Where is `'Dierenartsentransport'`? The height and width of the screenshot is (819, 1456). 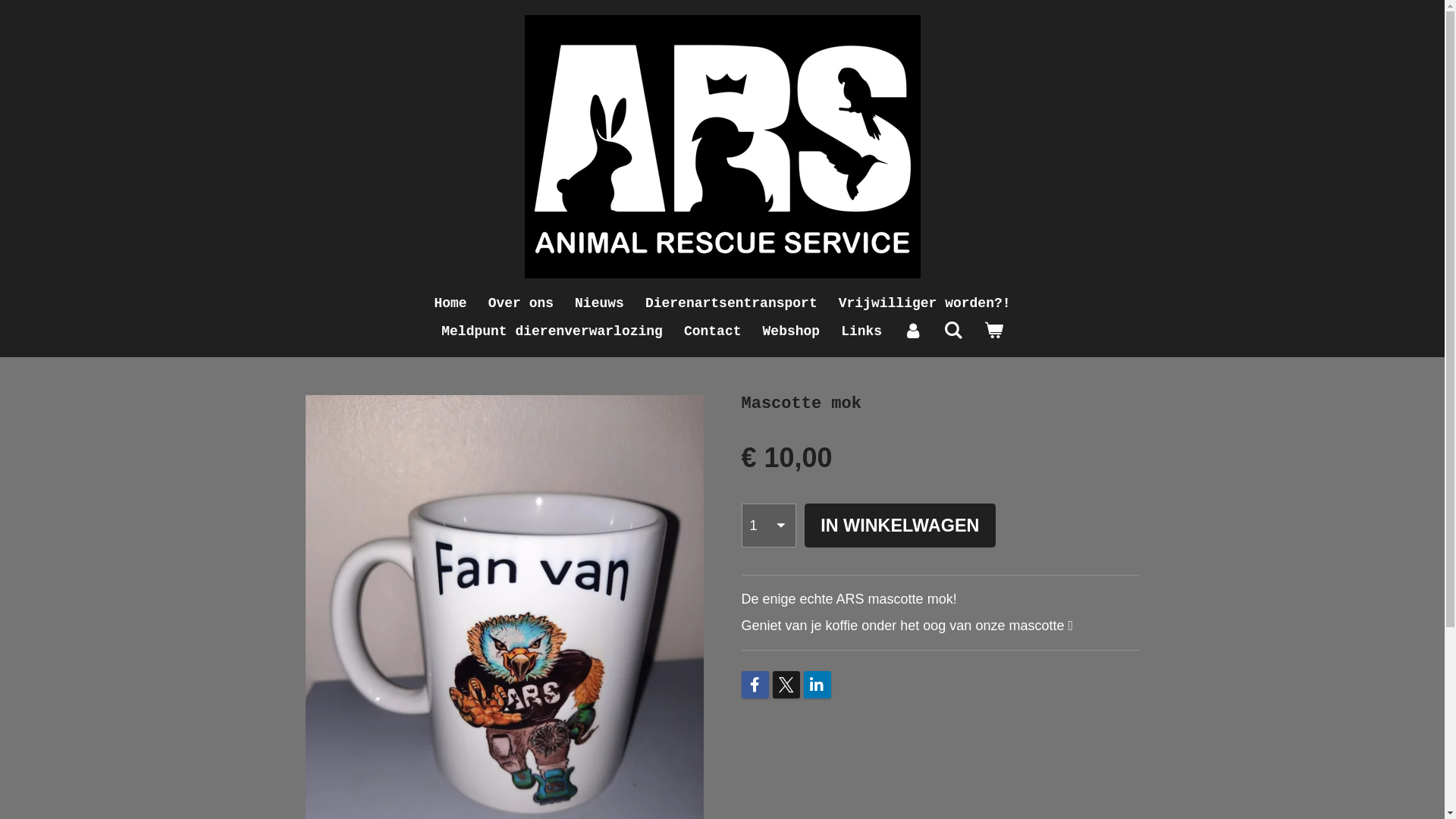 'Dierenartsentransport' is located at coordinates (731, 303).